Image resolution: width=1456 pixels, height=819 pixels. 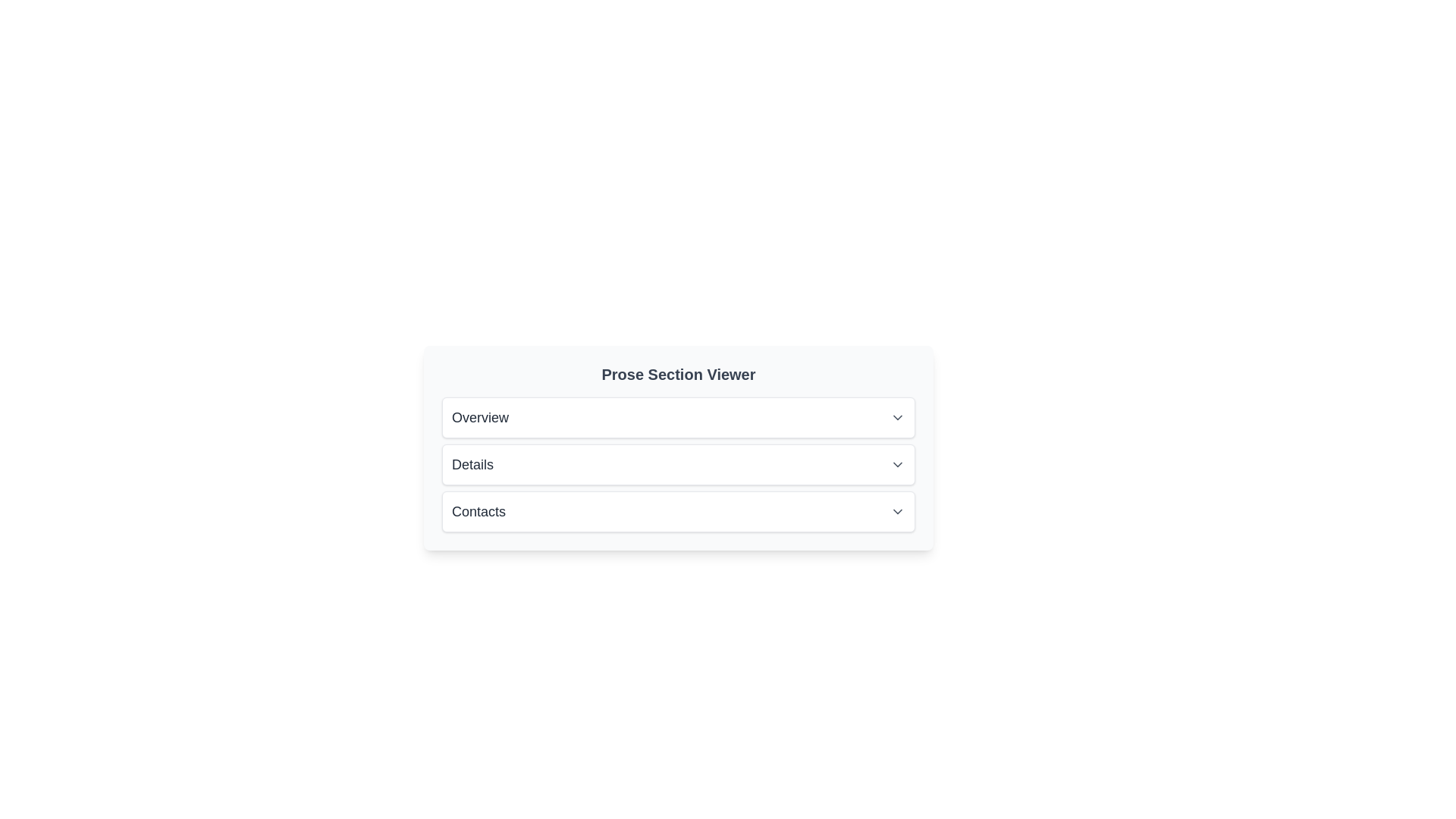 What do you see at coordinates (677, 464) in the screenshot?
I see `the 'Details' expandable card or tab located in the middle of the three stacked cards under the 'Prose Section Viewer'` at bounding box center [677, 464].